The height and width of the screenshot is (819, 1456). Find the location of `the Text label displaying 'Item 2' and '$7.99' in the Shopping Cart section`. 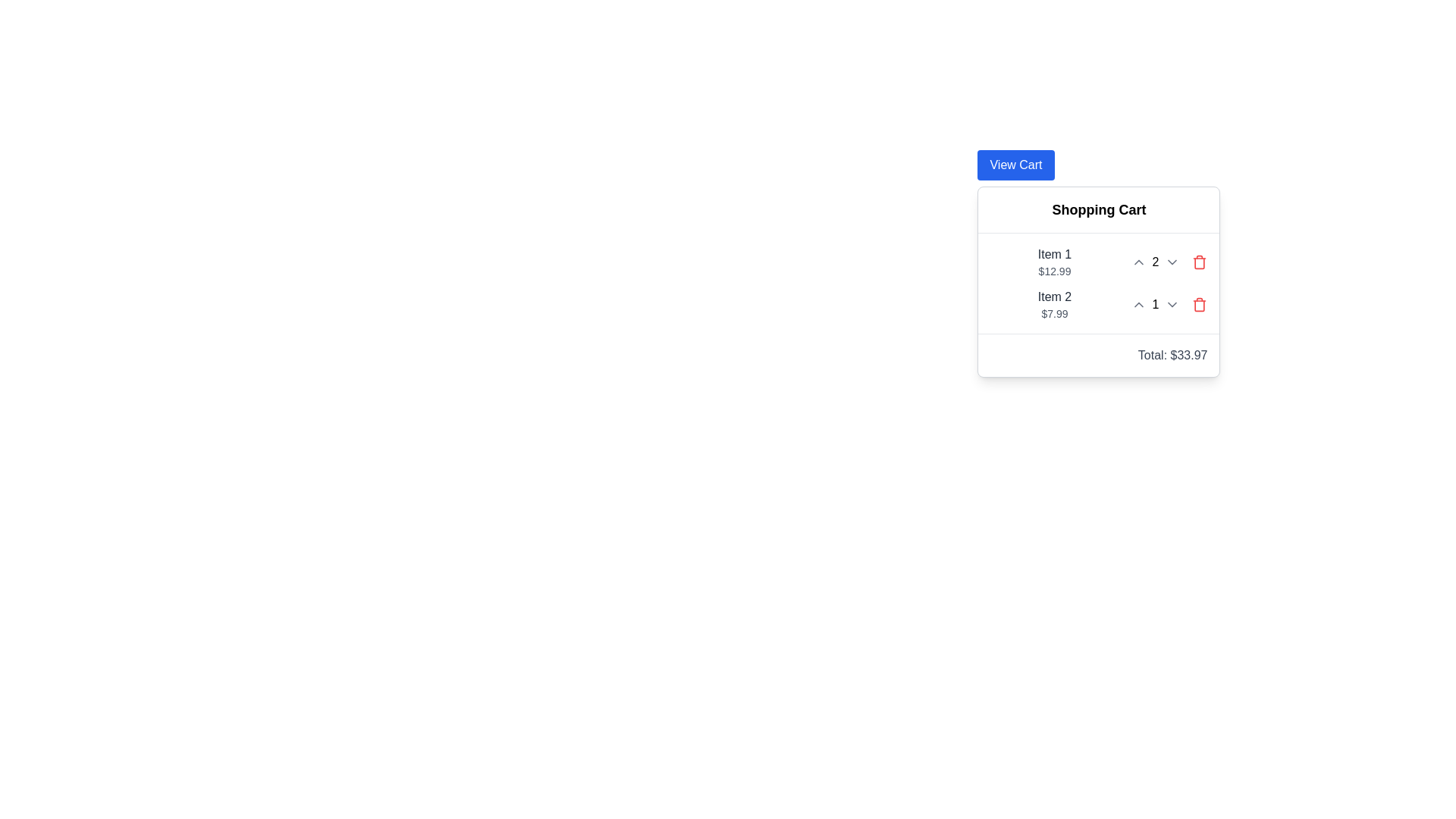

the Text label displaying 'Item 2' and '$7.99' in the Shopping Cart section is located at coordinates (1054, 304).